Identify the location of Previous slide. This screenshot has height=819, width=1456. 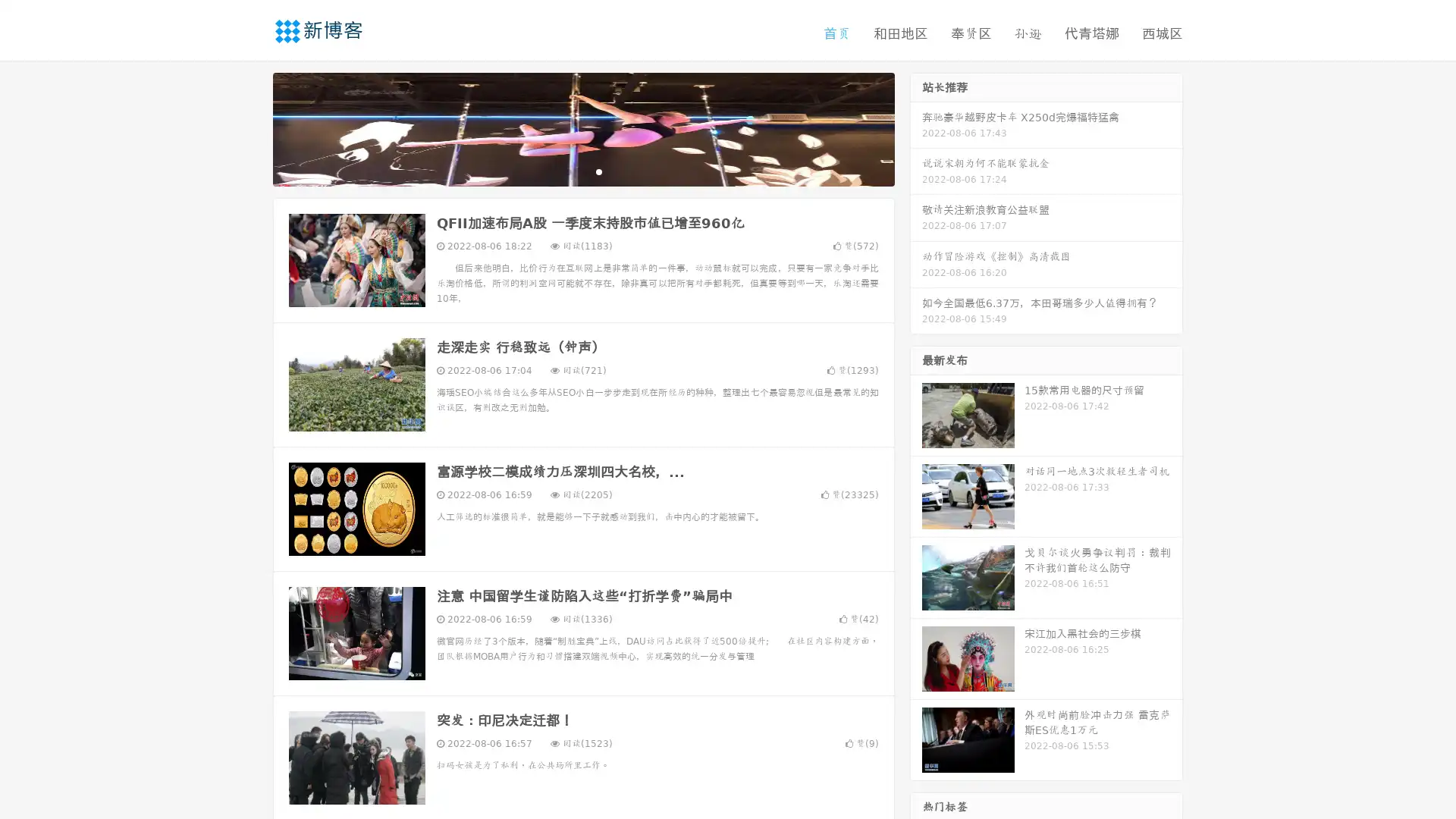
(250, 127).